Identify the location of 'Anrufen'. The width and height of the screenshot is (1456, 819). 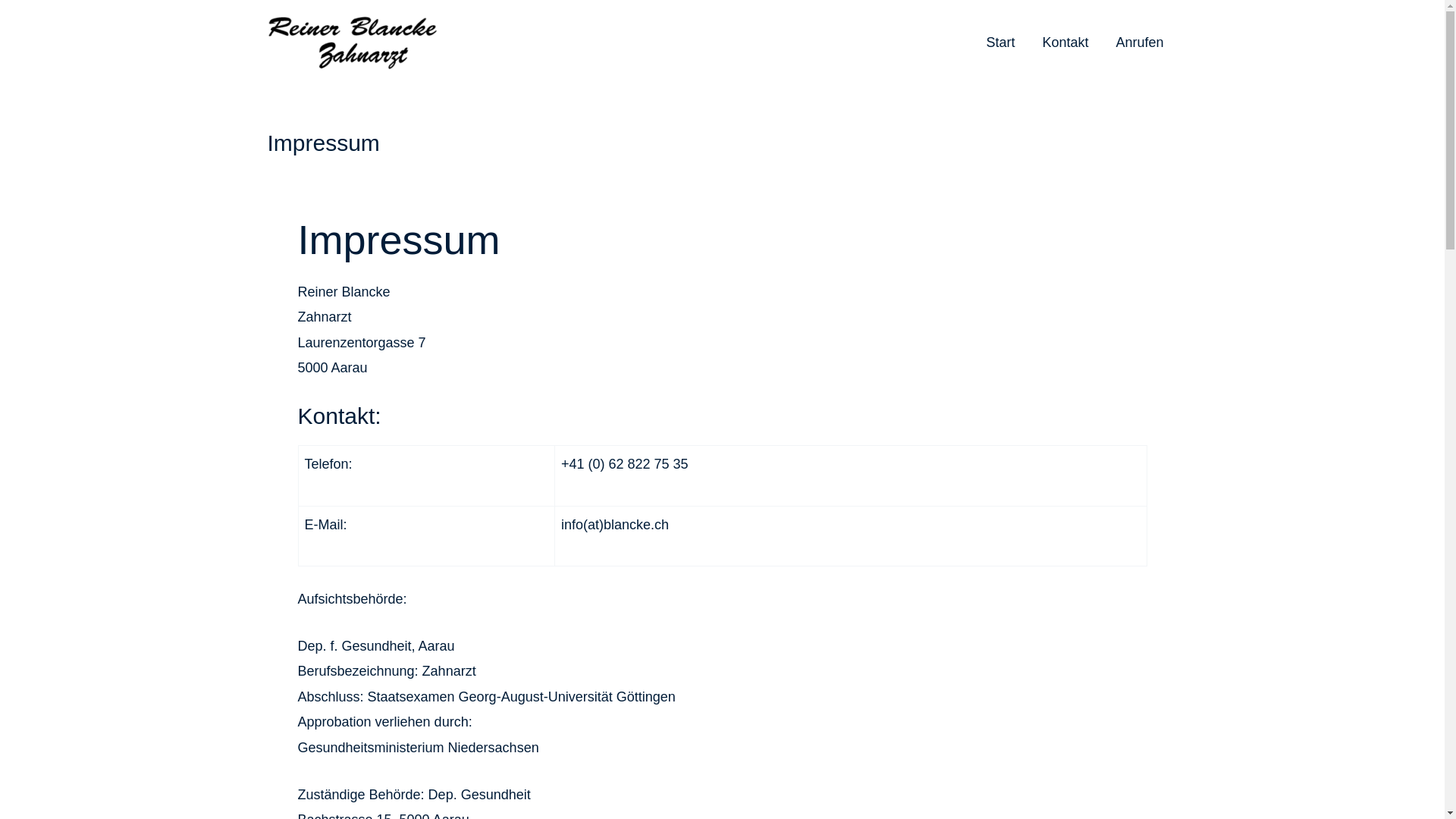
(1102, 42).